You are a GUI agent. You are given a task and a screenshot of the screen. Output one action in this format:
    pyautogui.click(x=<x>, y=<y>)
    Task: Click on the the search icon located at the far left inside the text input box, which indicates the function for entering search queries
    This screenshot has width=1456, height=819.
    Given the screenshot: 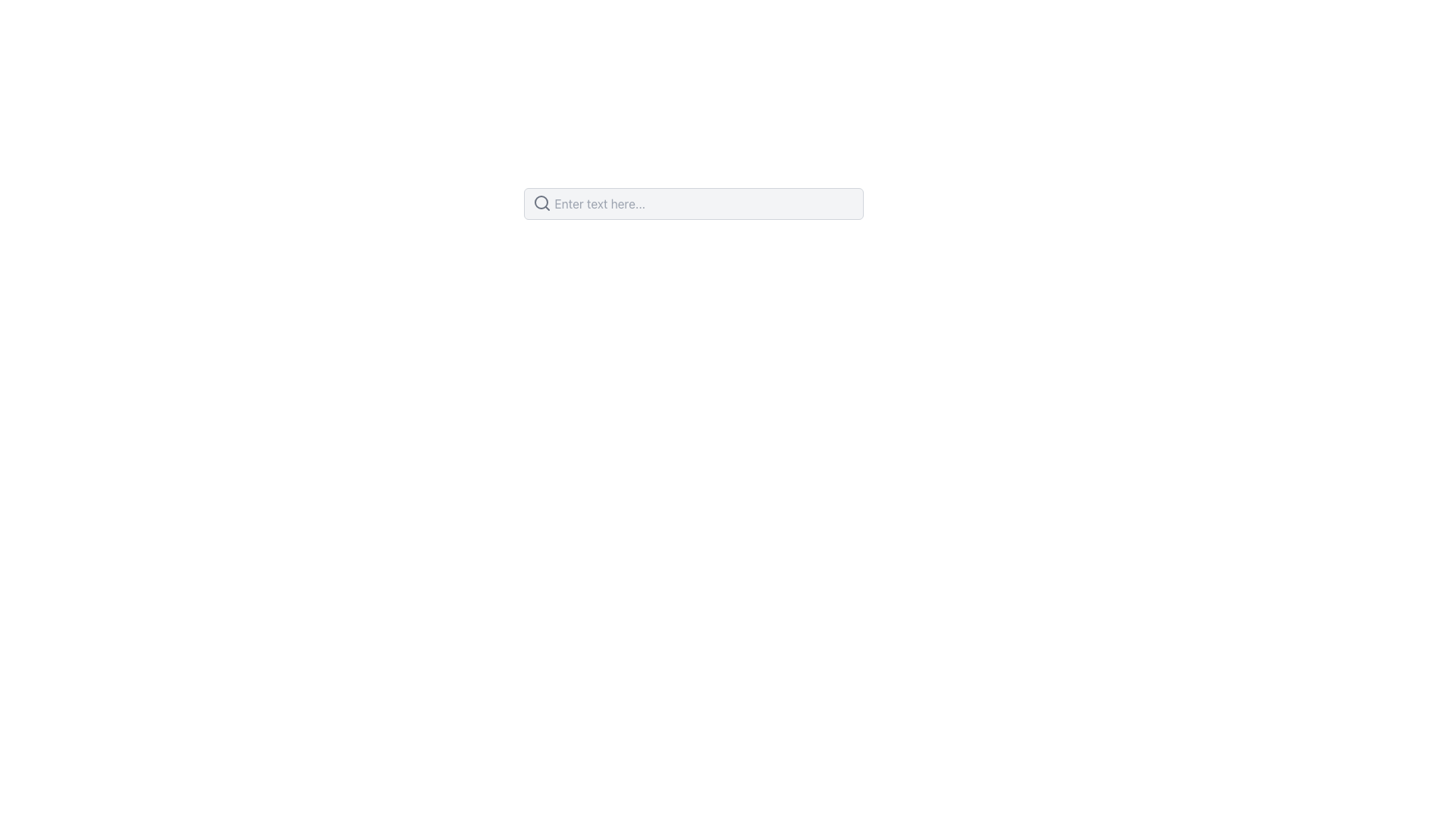 What is the action you would take?
    pyautogui.click(x=541, y=202)
    